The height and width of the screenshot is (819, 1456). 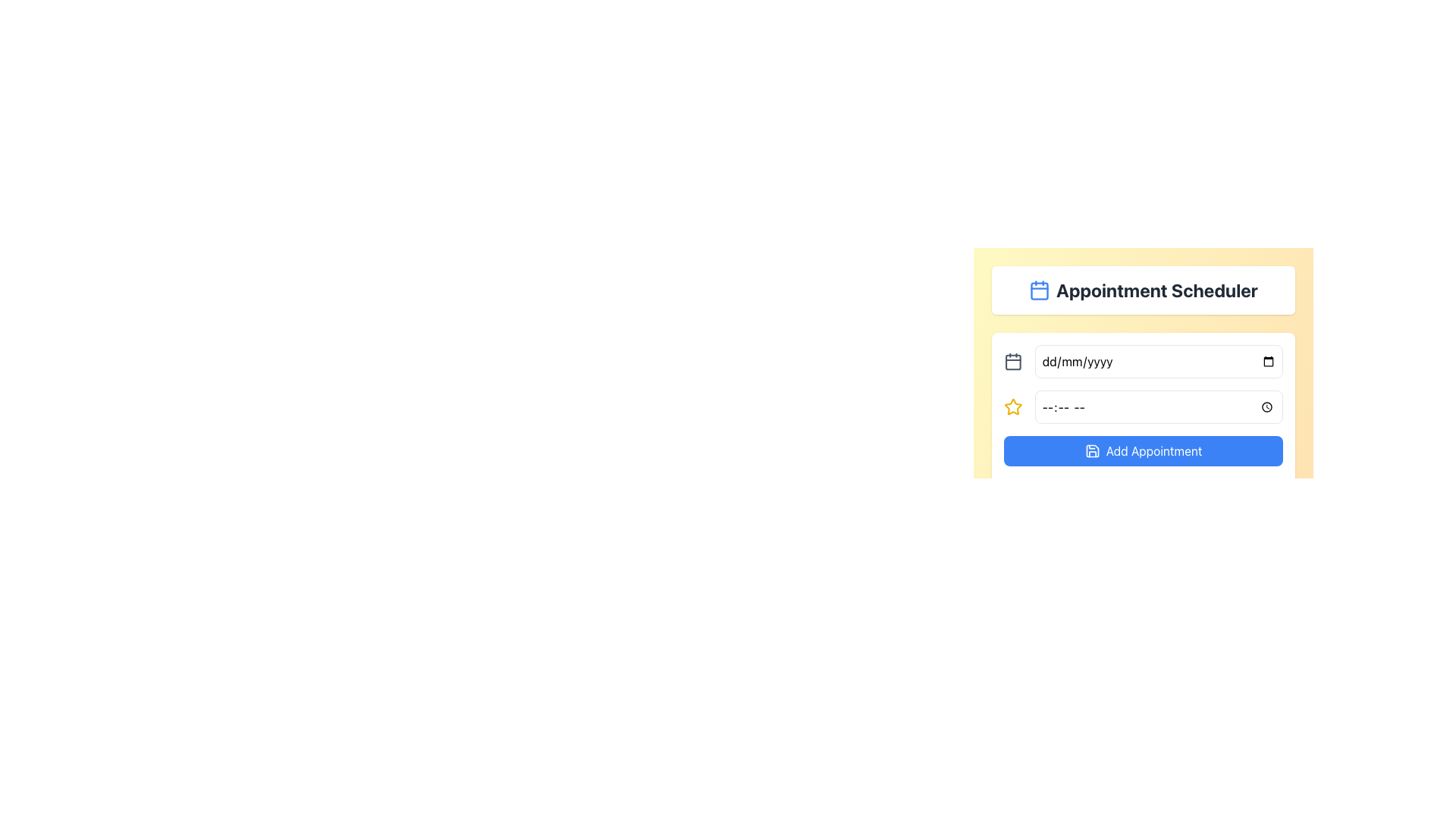 What do you see at coordinates (1013, 406) in the screenshot?
I see `the star-shaped icon located within the scheduling interface, positioned to the left of the time input field` at bounding box center [1013, 406].